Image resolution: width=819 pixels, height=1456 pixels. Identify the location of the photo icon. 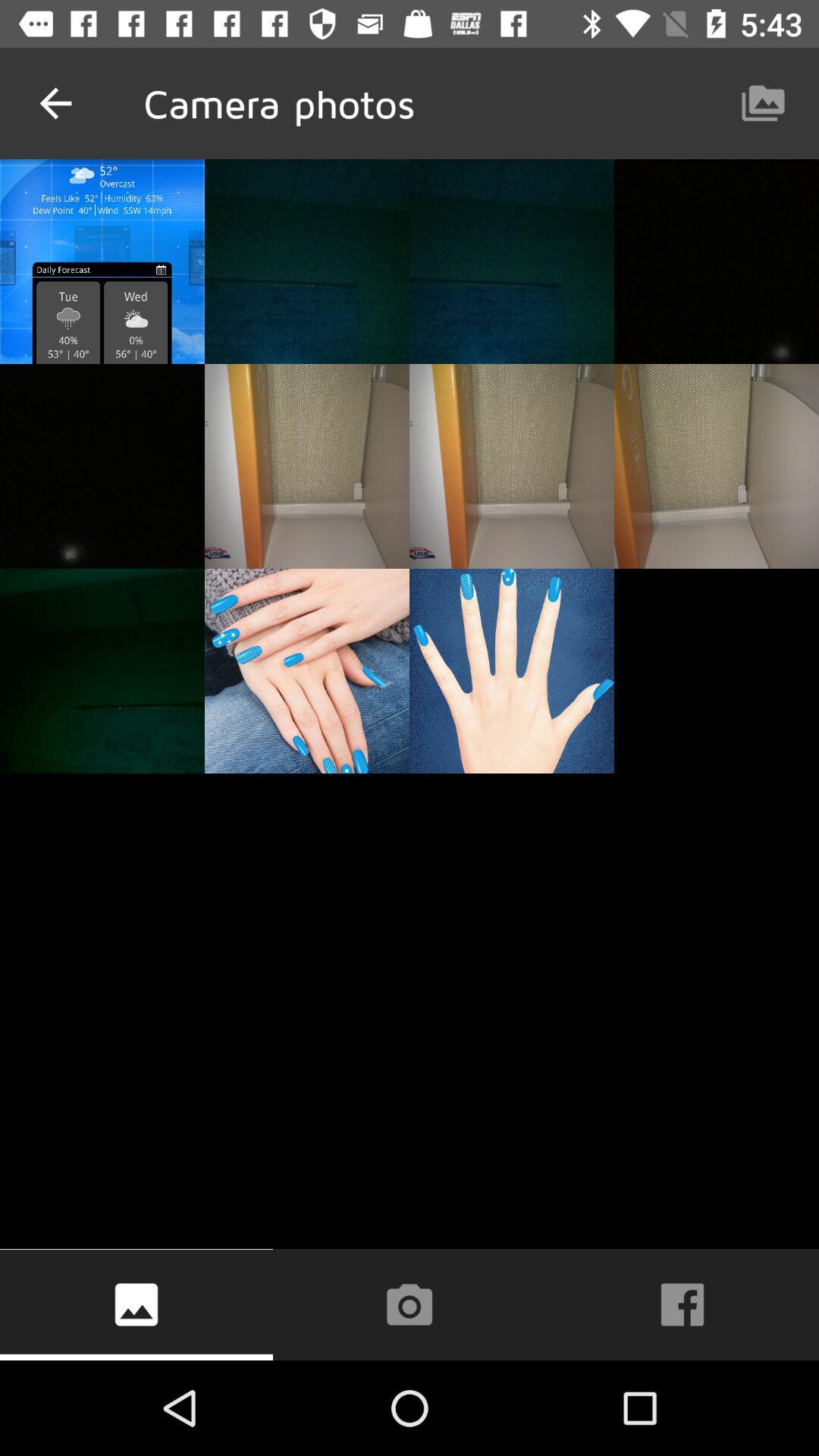
(409, 1304).